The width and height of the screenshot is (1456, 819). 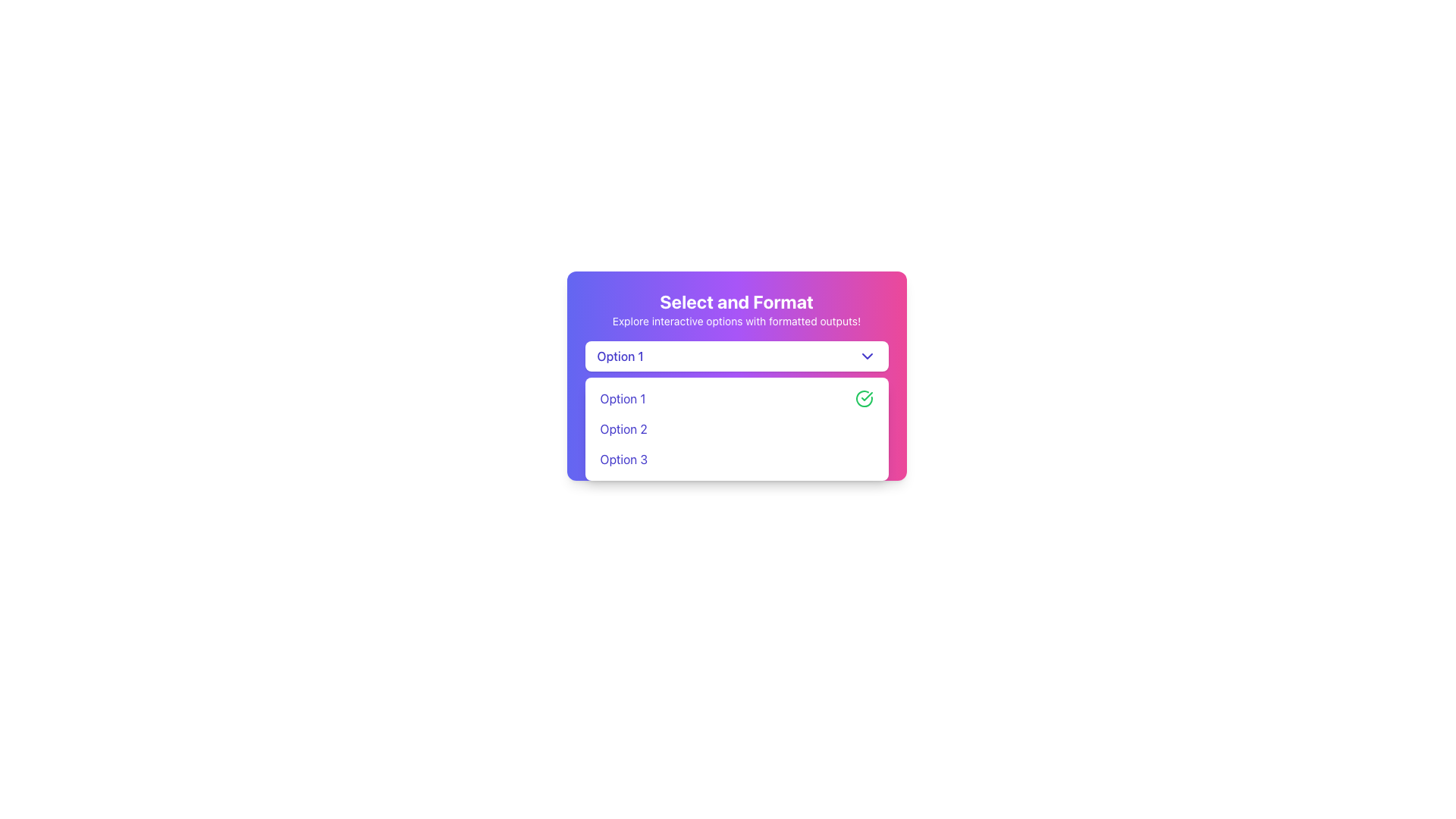 I want to click on the Dropdown Menu located, so click(x=736, y=375).